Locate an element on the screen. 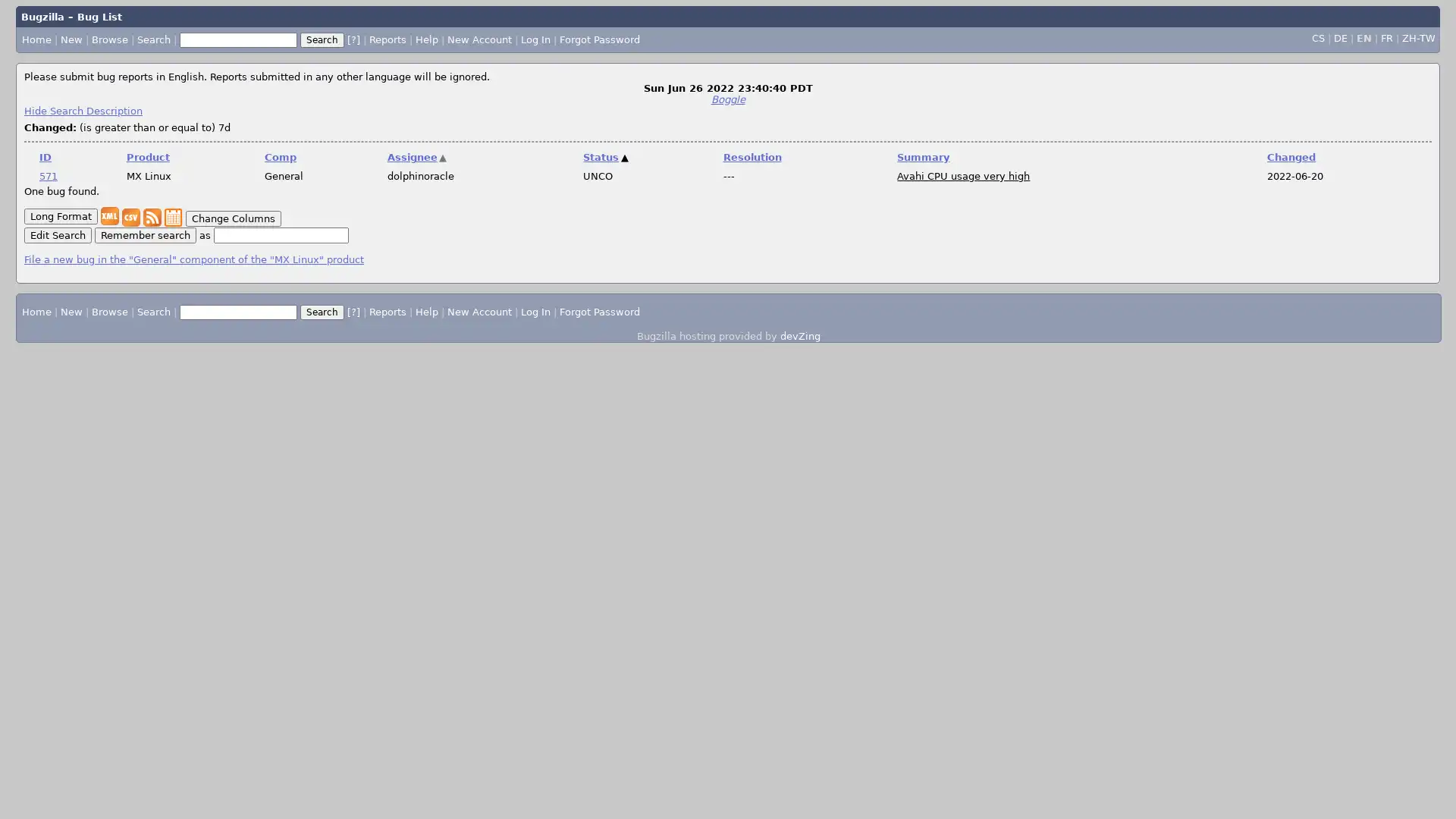 The image size is (1456, 819). Change Columns is located at coordinates (232, 218).